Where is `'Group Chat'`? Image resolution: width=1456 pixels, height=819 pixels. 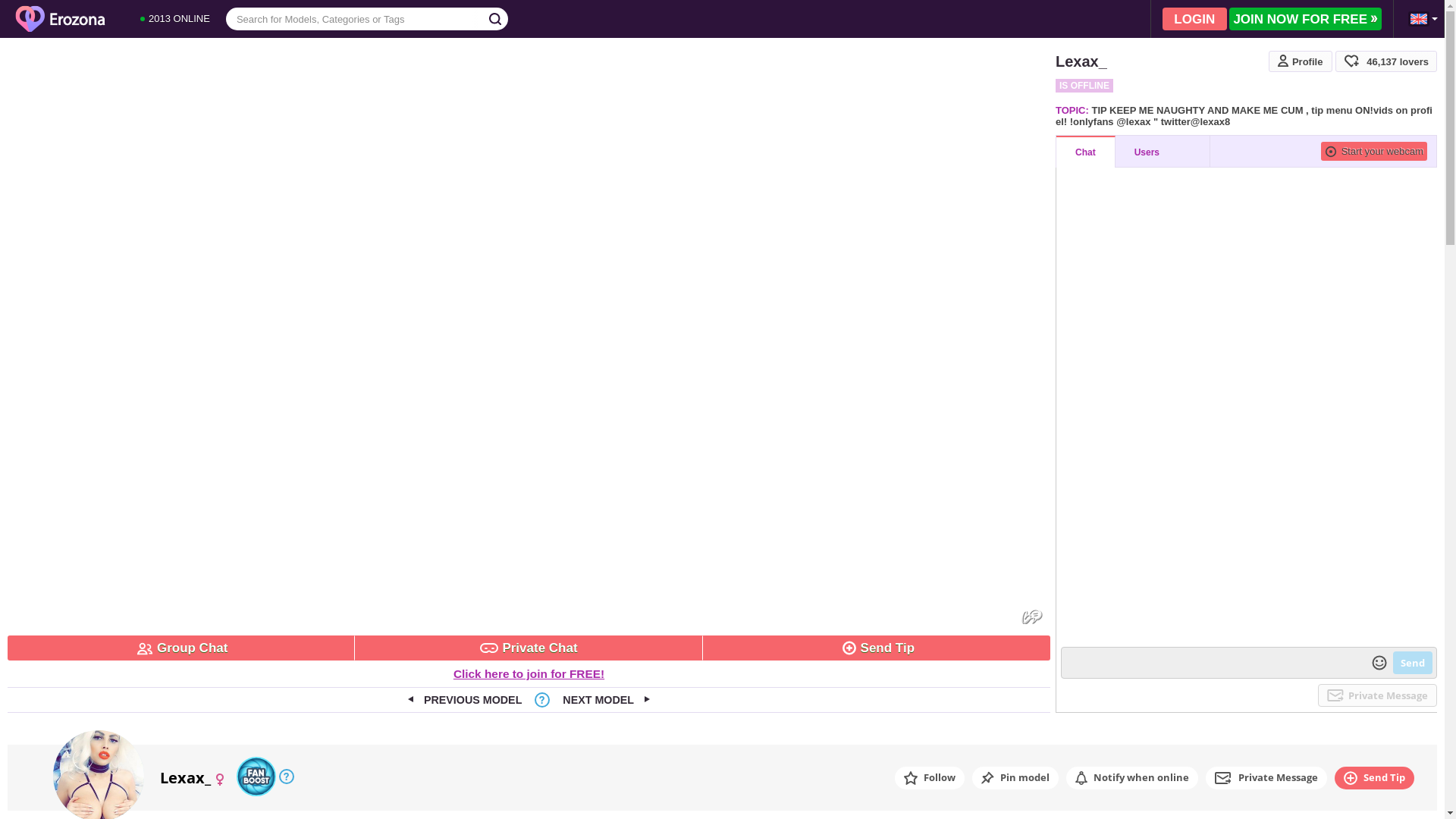
'Group Chat' is located at coordinates (181, 648).